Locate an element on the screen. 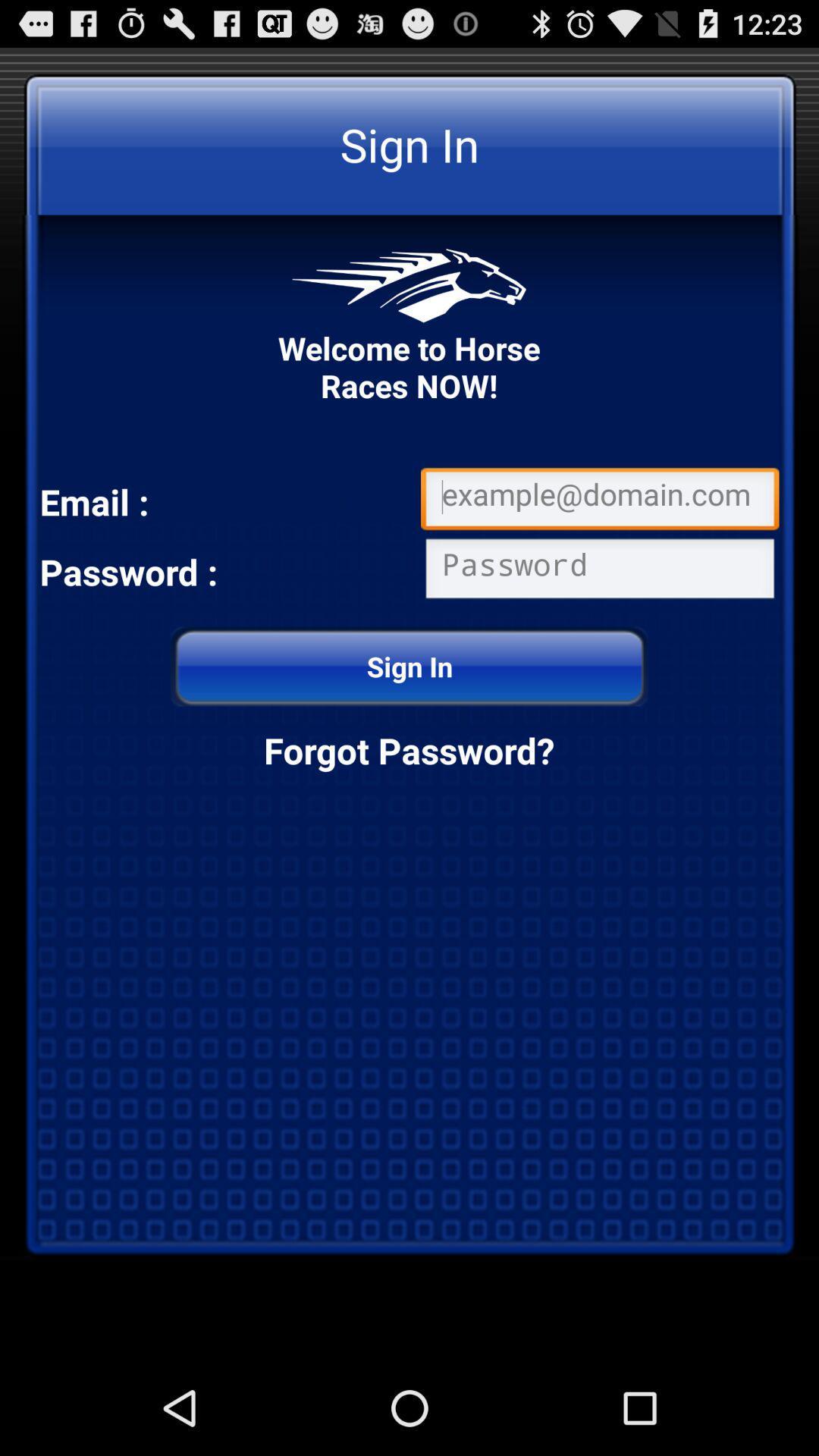 Image resolution: width=819 pixels, height=1456 pixels. password text box is located at coordinates (599, 571).